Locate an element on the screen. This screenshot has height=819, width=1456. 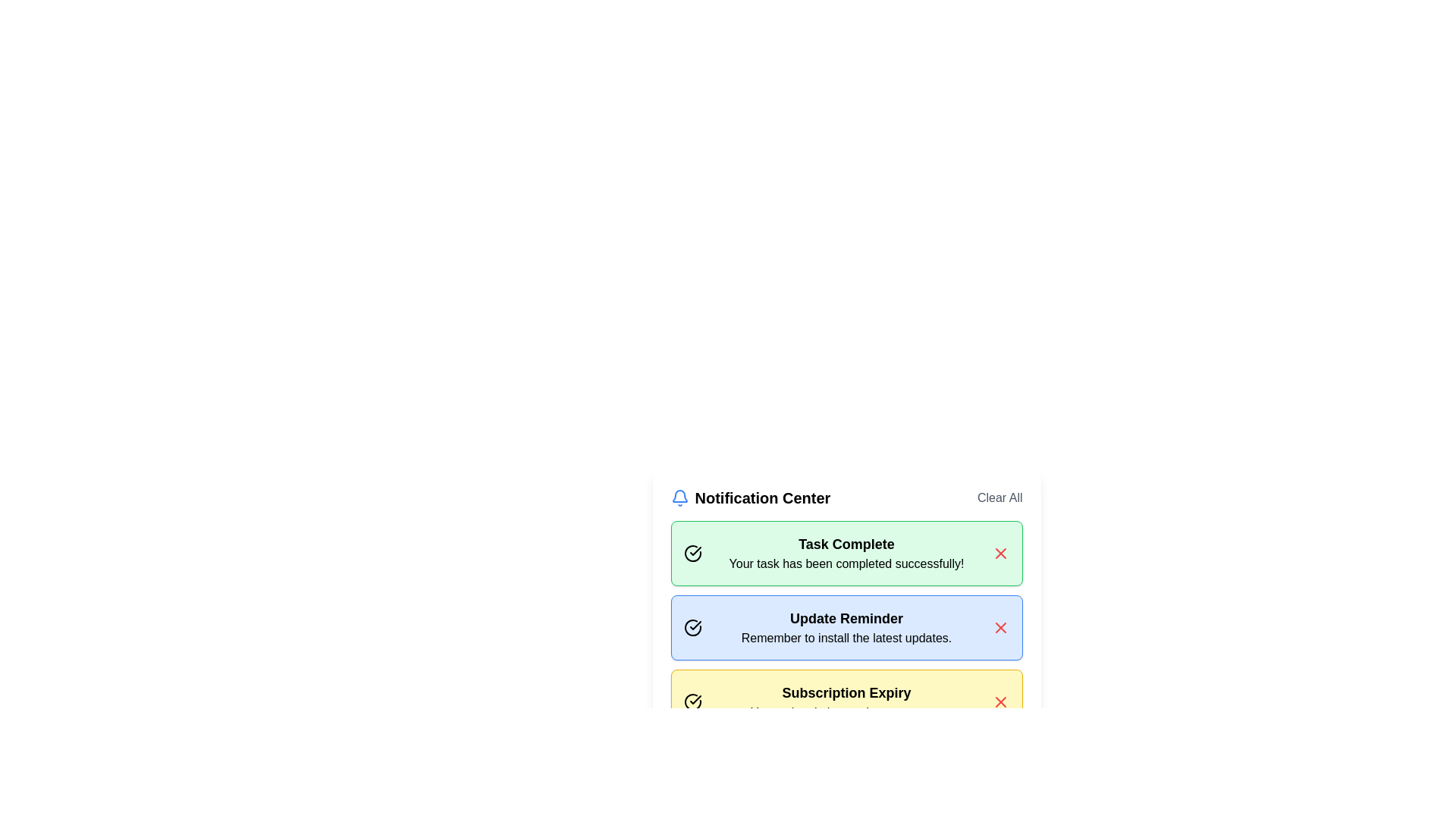
the static text that reads 'Remember to install the latest updates.' which is located within the 'Update Reminder' card, positioned below the header text 'Update Reminder' is located at coordinates (846, 638).